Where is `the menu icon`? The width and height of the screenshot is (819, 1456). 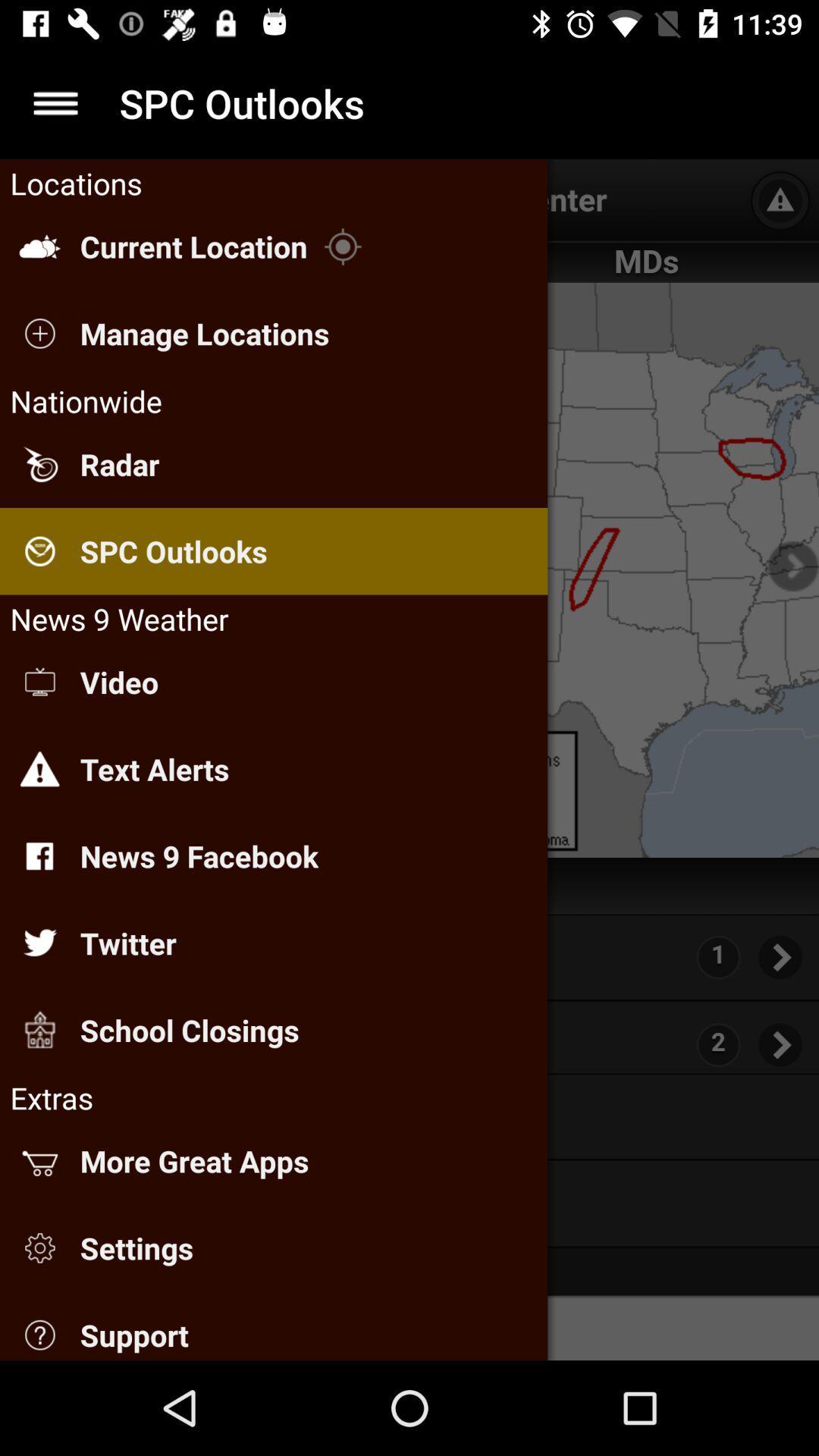
the menu icon is located at coordinates (55, 102).